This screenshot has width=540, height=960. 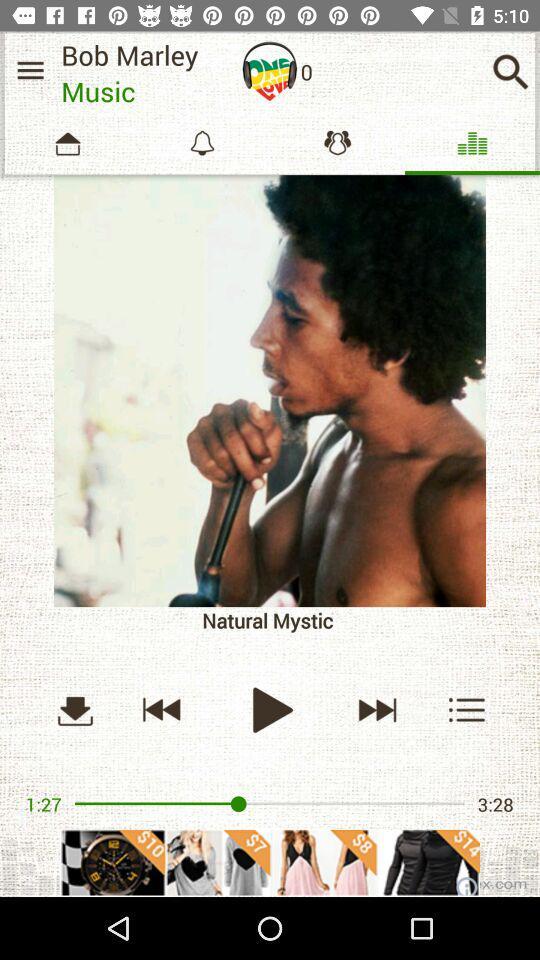 What do you see at coordinates (29, 70) in the screenshot?
I see `menu` at bounding box center [29, 70].